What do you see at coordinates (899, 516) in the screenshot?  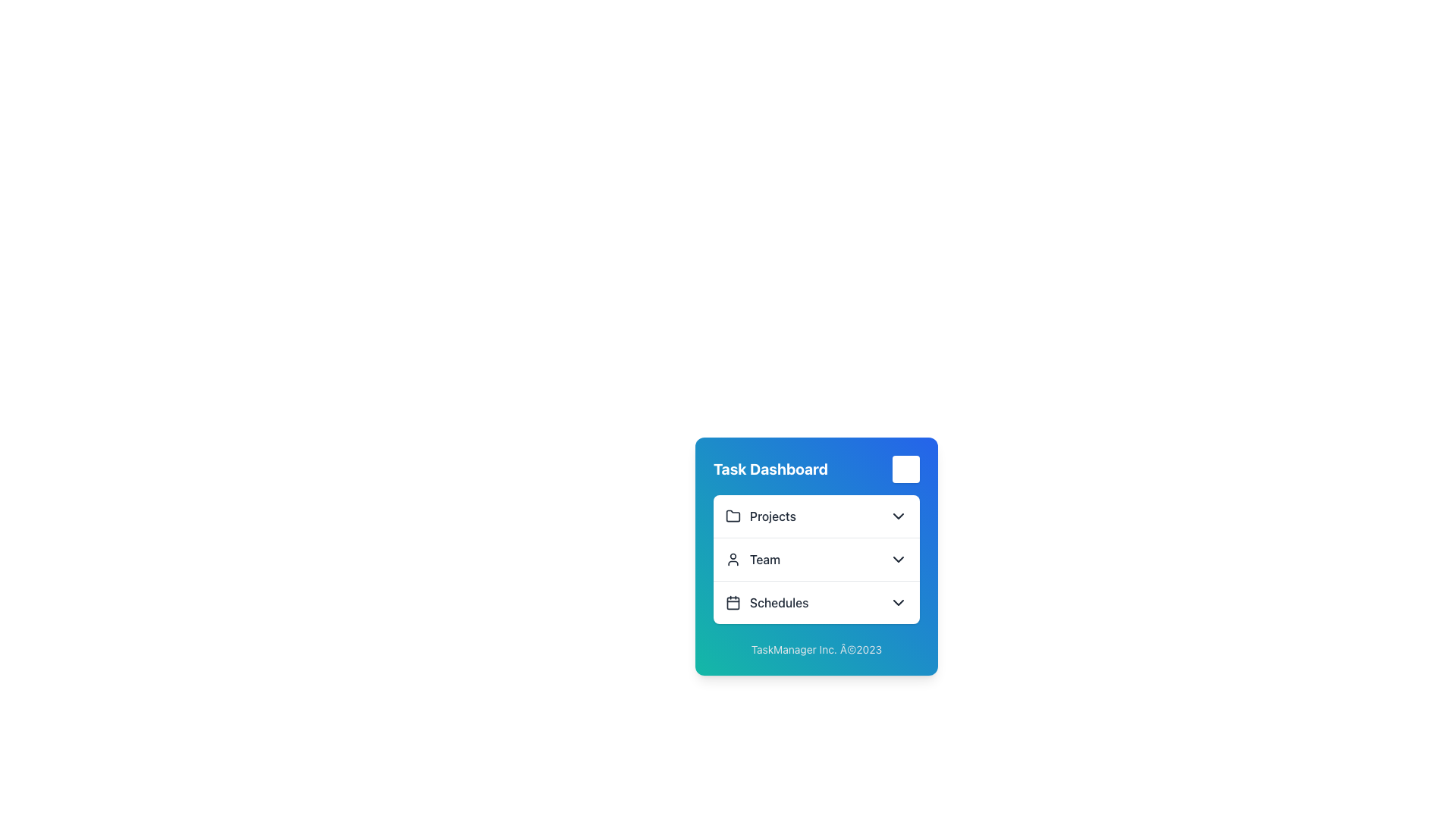 I see `the dropdown menu indicator icon located near the right edge of the 'Projects' row` at bounding box center [899, 516].